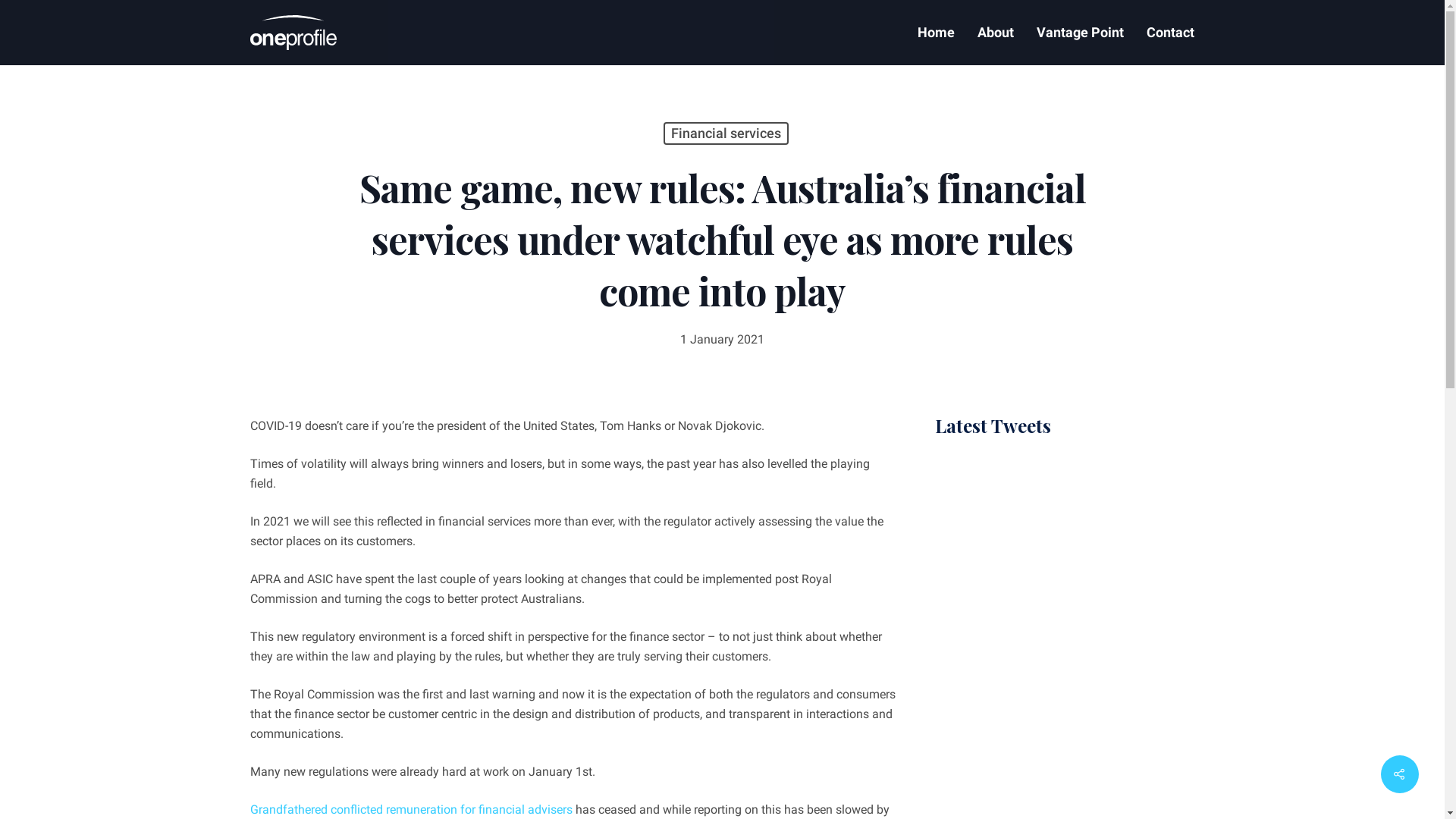  What do you see at coordinates (934, 457) in the screenshot?
I see `' '` at bounding box center [934, 457].